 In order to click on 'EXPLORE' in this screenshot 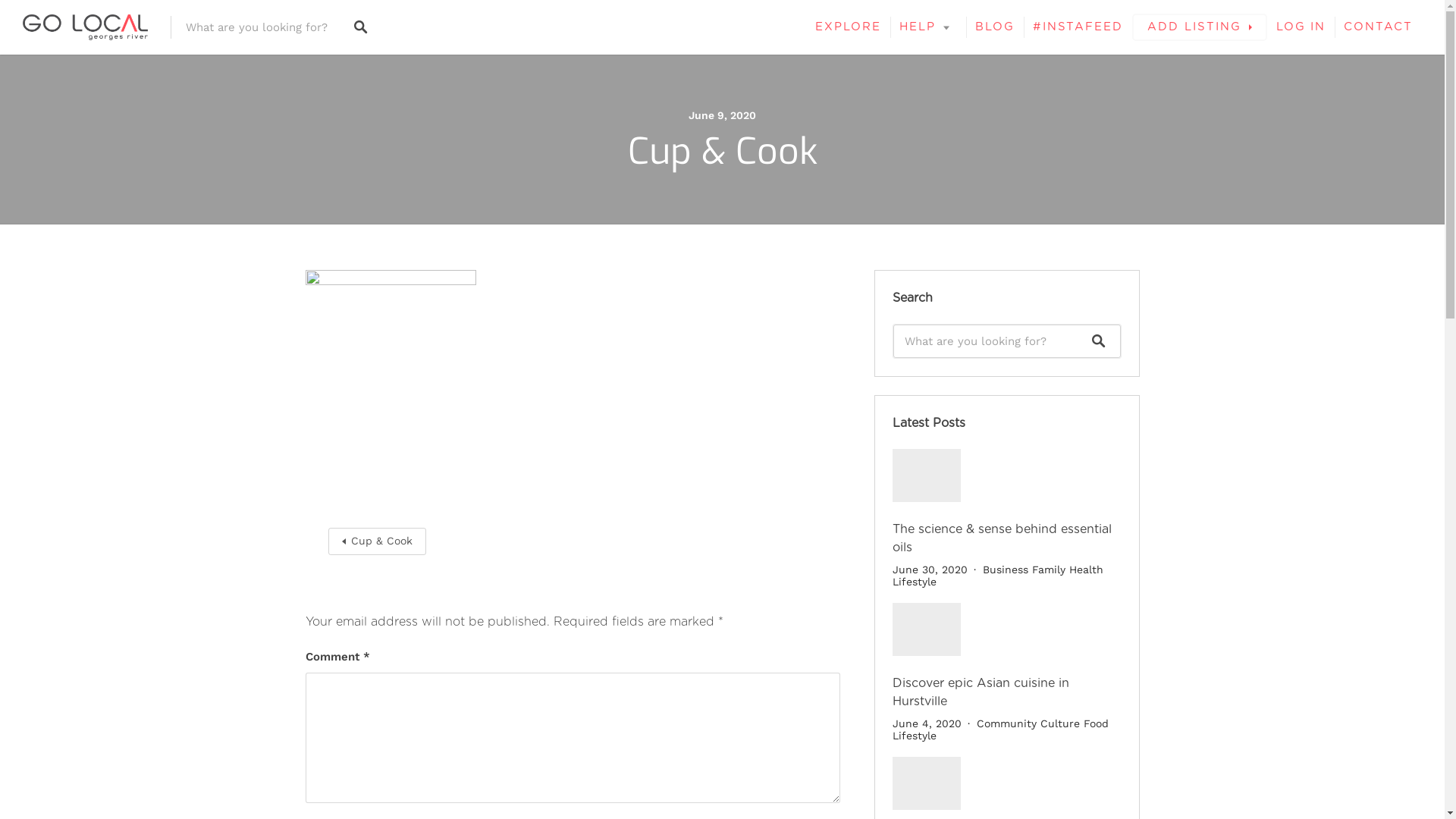, I will do `click(847, 27)`.